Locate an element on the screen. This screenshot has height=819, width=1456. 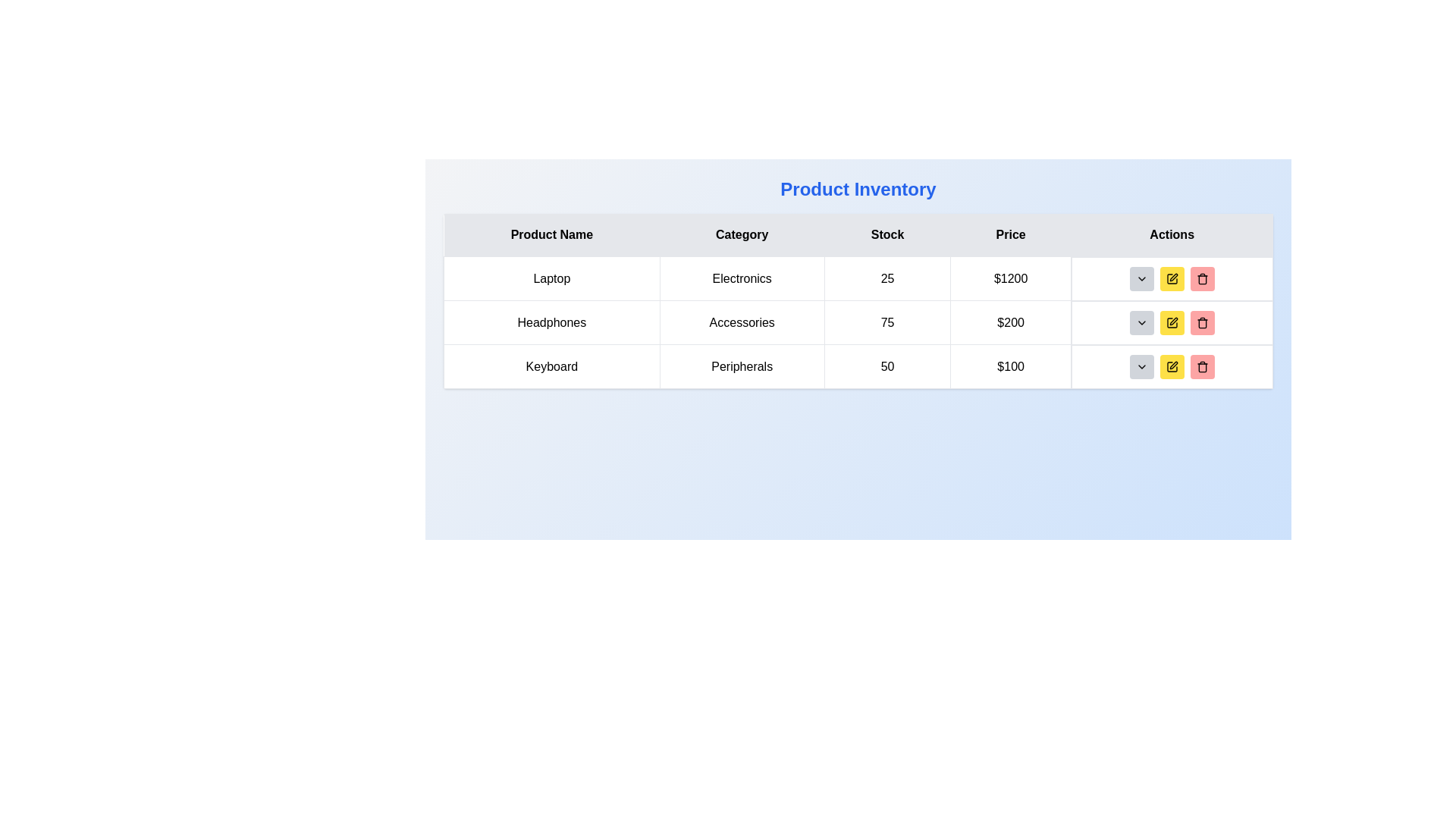
the yellow button with rounded edges and a black pencil icon located in the second position under the 'Actions' column of the 'Product Inventory' table is located at coordinates (1171, 322).